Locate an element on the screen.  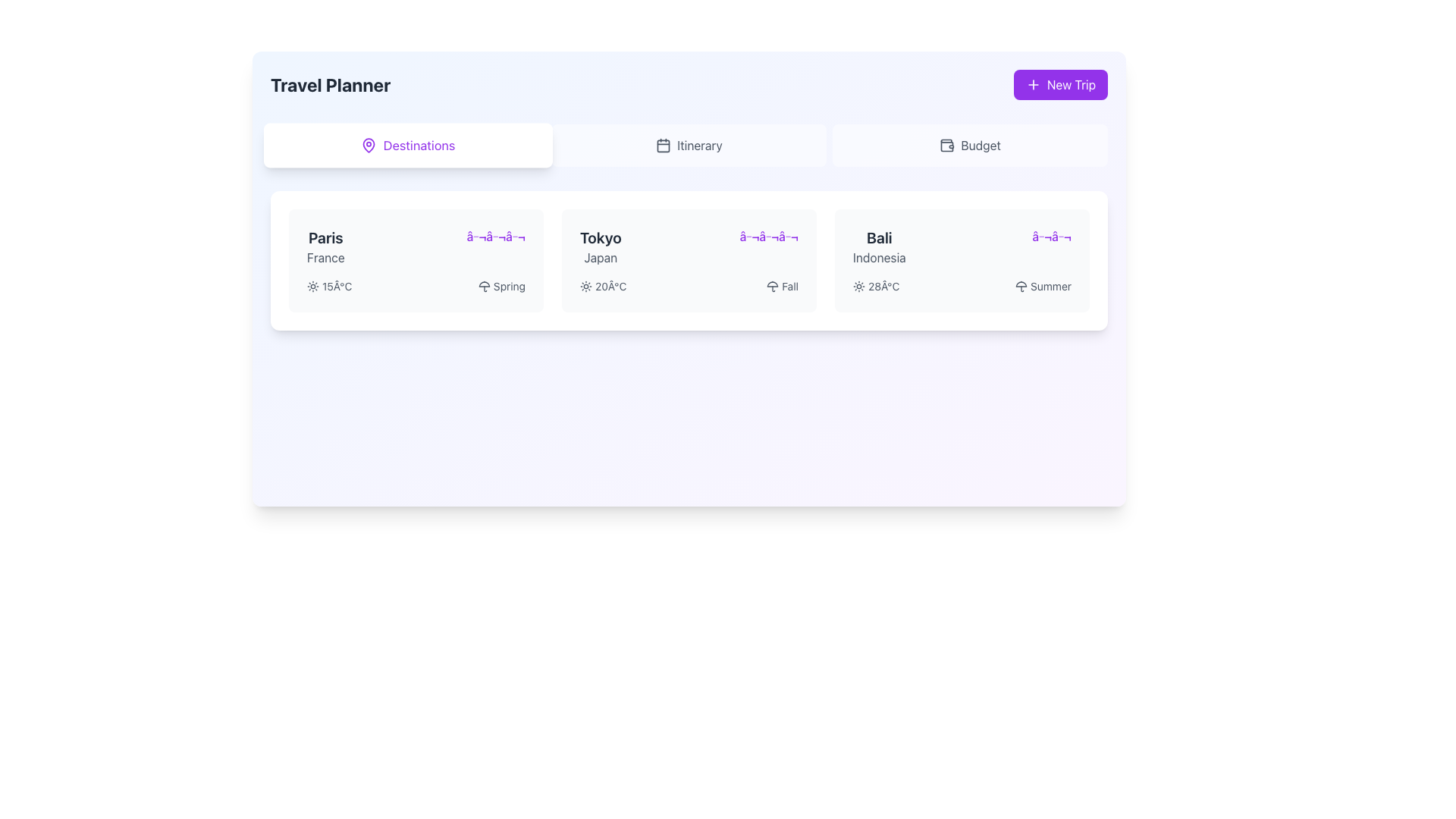
the 'New Trip' button with a purple background and white text is located at coordinates (1059, 84).